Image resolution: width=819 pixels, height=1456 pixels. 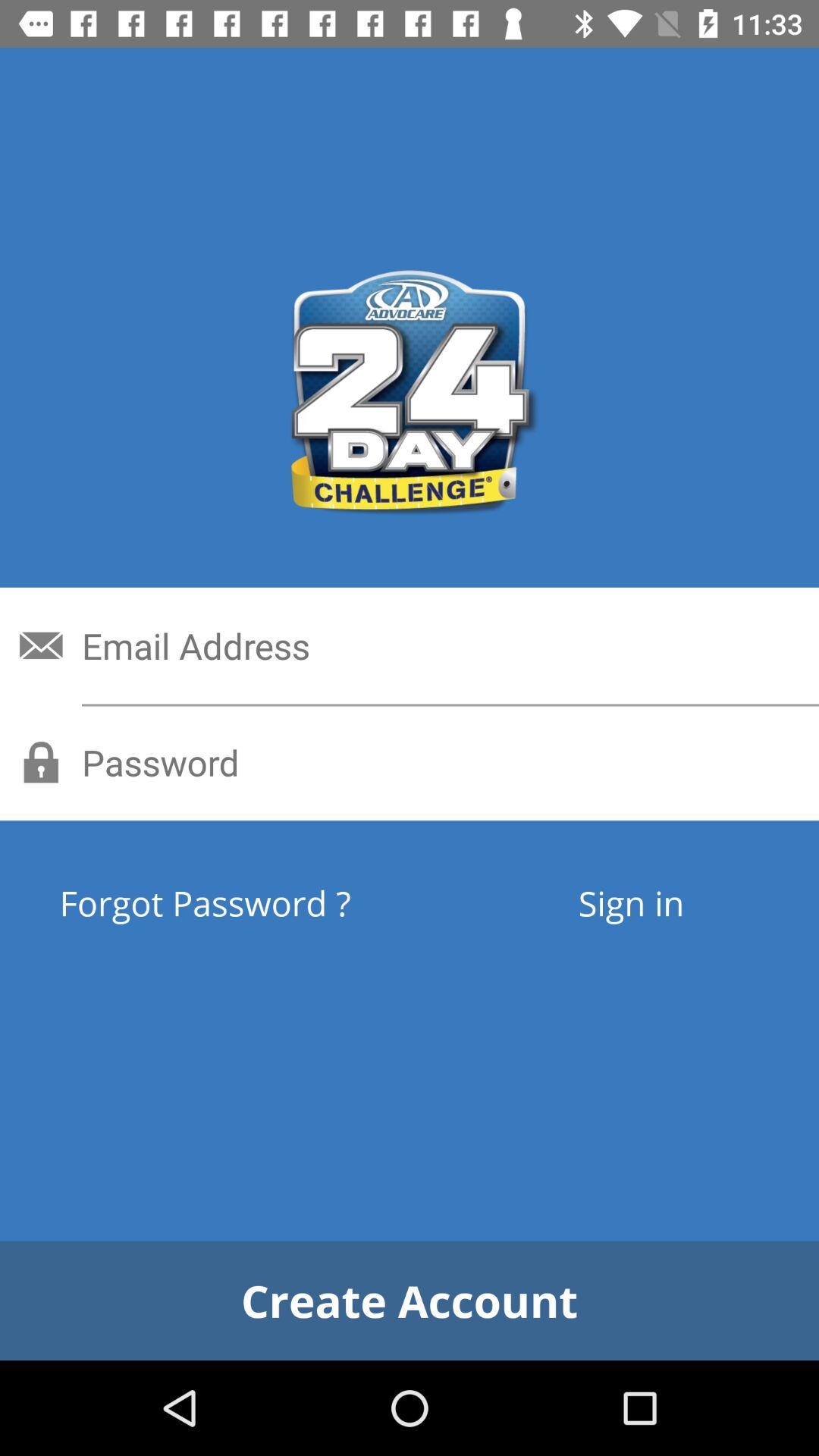 I want to click on create account icon, so click(x=409, y=1300).